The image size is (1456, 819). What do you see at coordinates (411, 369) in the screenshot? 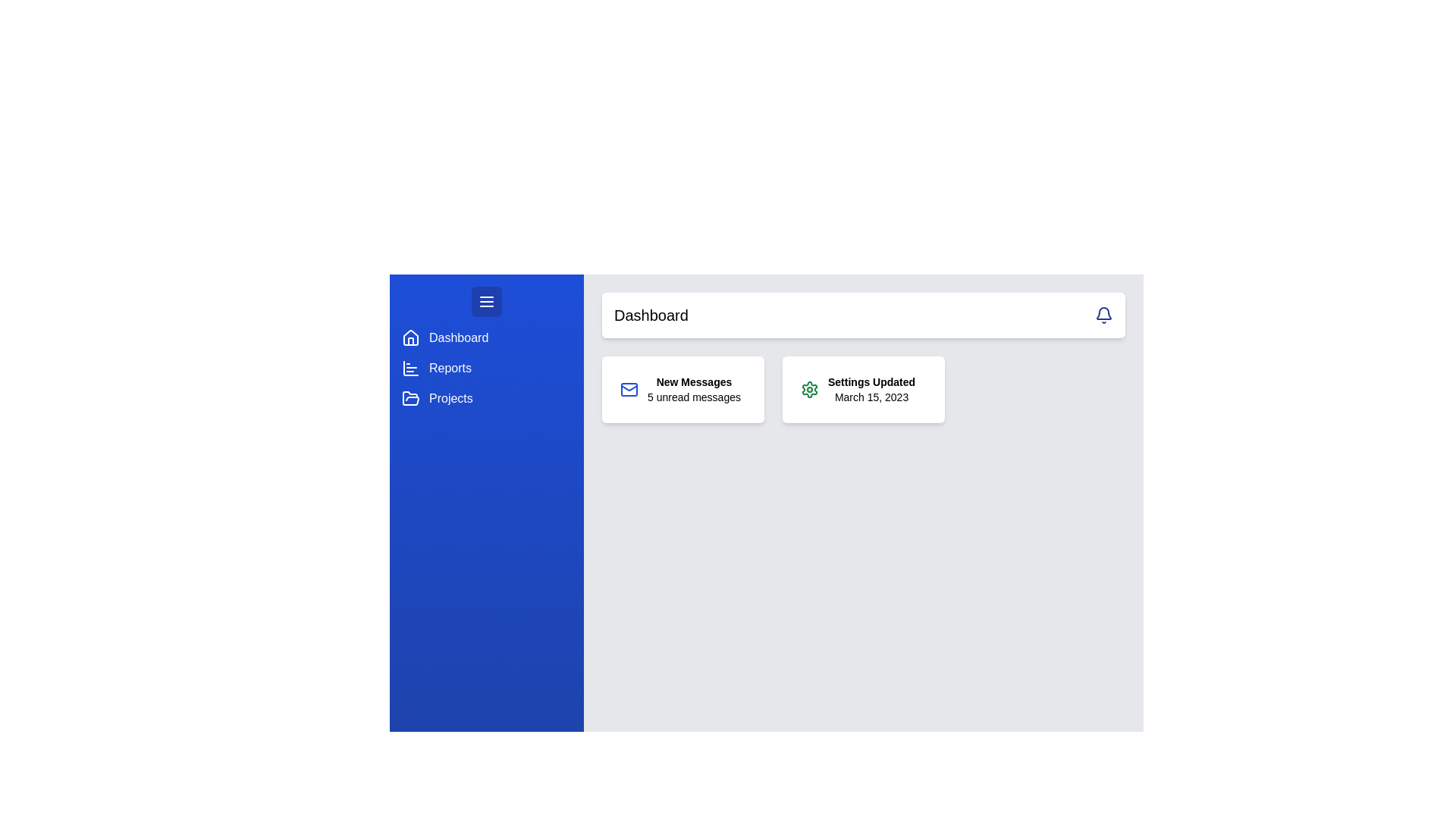
I see `the blue bar chart icon located in the sidebar, adjacent to the text 'Reports'` at bounding box center [411, 369].